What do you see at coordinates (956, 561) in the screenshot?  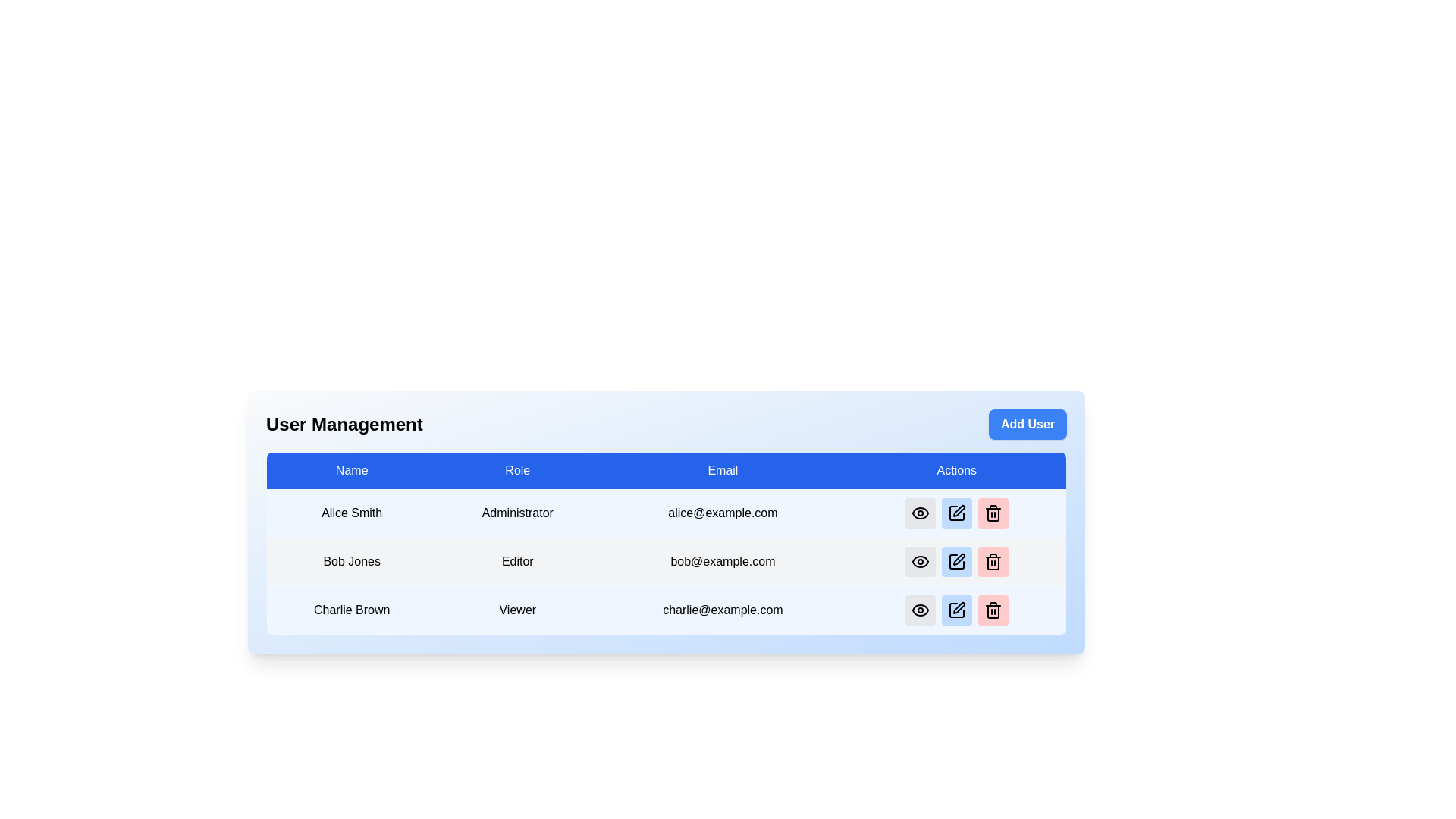 I see `the blue rectangular button with a white pen icon, which is the second button from the left in the action menu associated with user 'Bob Jones'` at bounding box center [956, 561].